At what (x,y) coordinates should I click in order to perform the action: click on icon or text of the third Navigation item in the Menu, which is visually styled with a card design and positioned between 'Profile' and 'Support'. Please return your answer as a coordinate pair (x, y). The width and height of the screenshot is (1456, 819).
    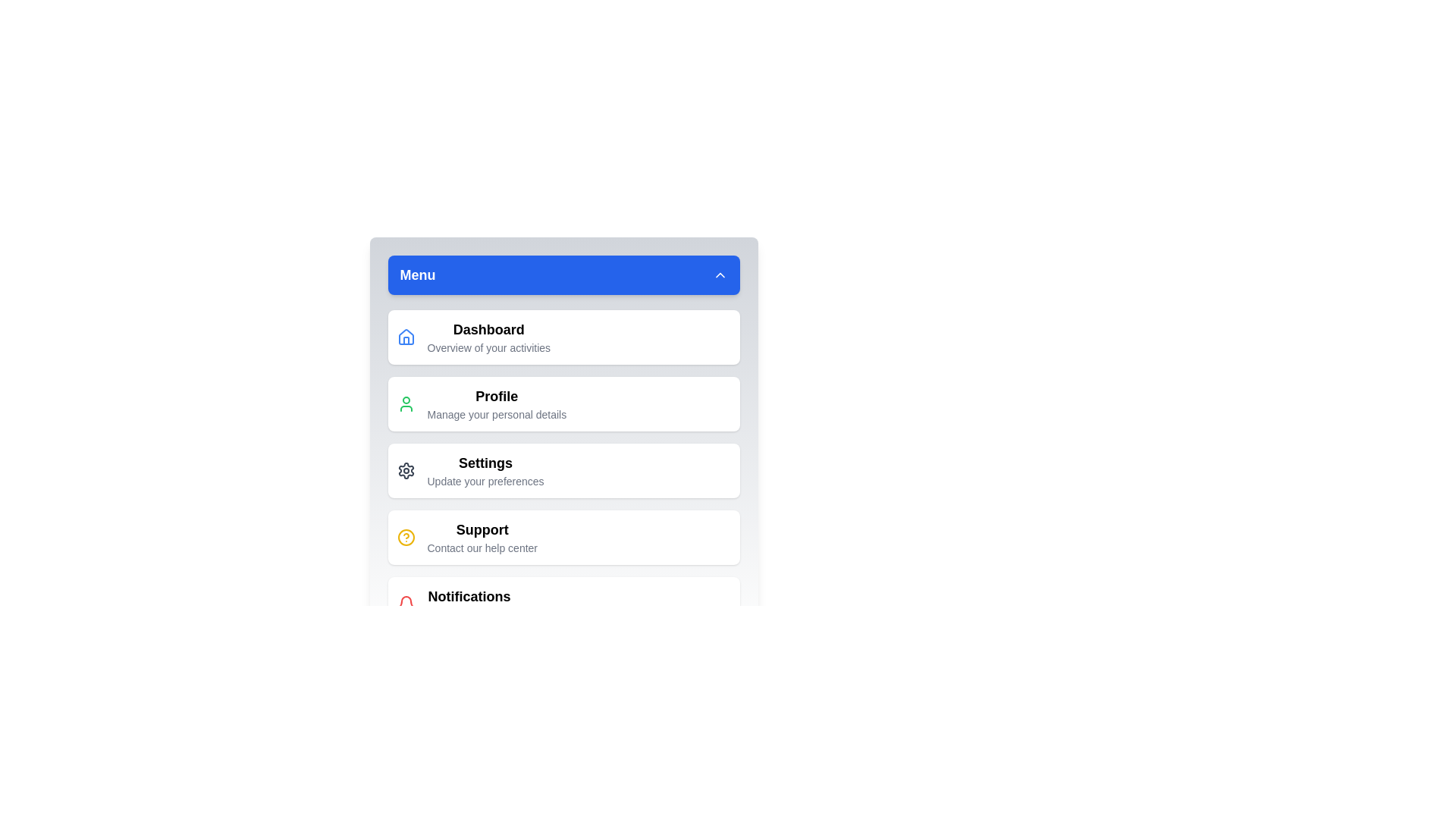
    Looking at the image, I should click on (563, 470).